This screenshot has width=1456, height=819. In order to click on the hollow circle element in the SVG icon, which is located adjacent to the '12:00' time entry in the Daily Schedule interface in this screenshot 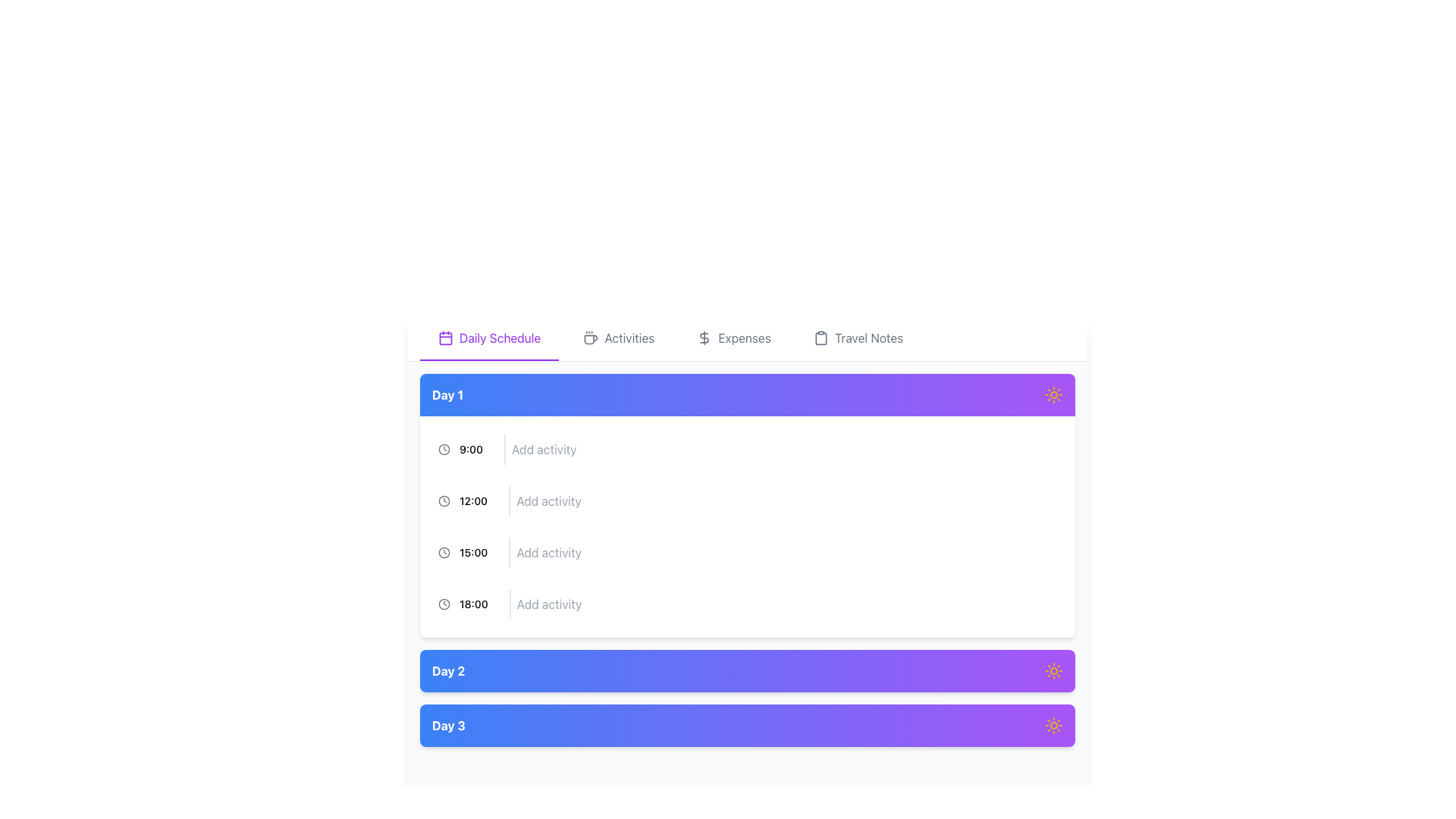, I will do `click(443, 500)`.